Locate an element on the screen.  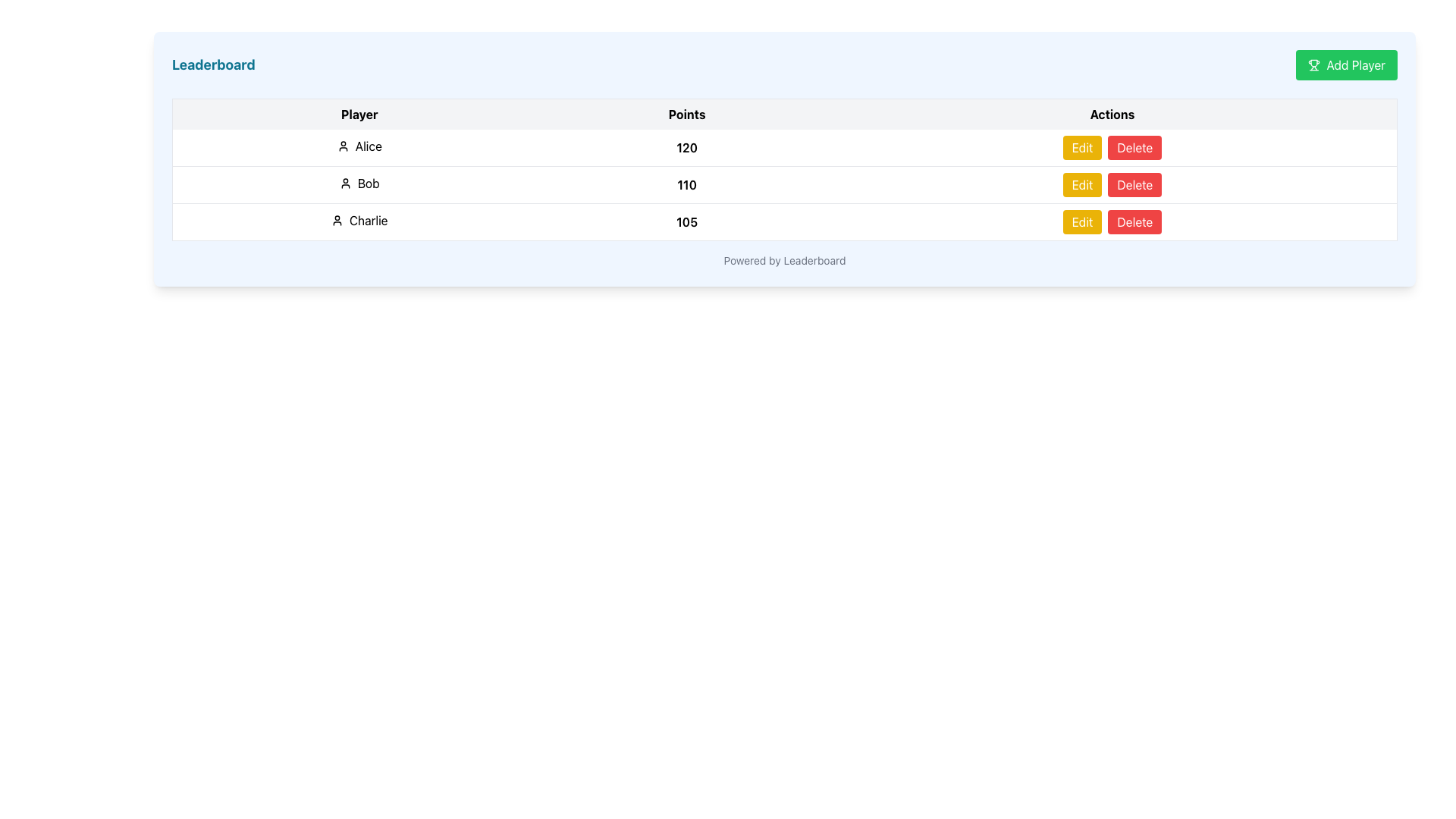
the second button in the Actions column of the table to change its color is located at coordinates (1134, 148).